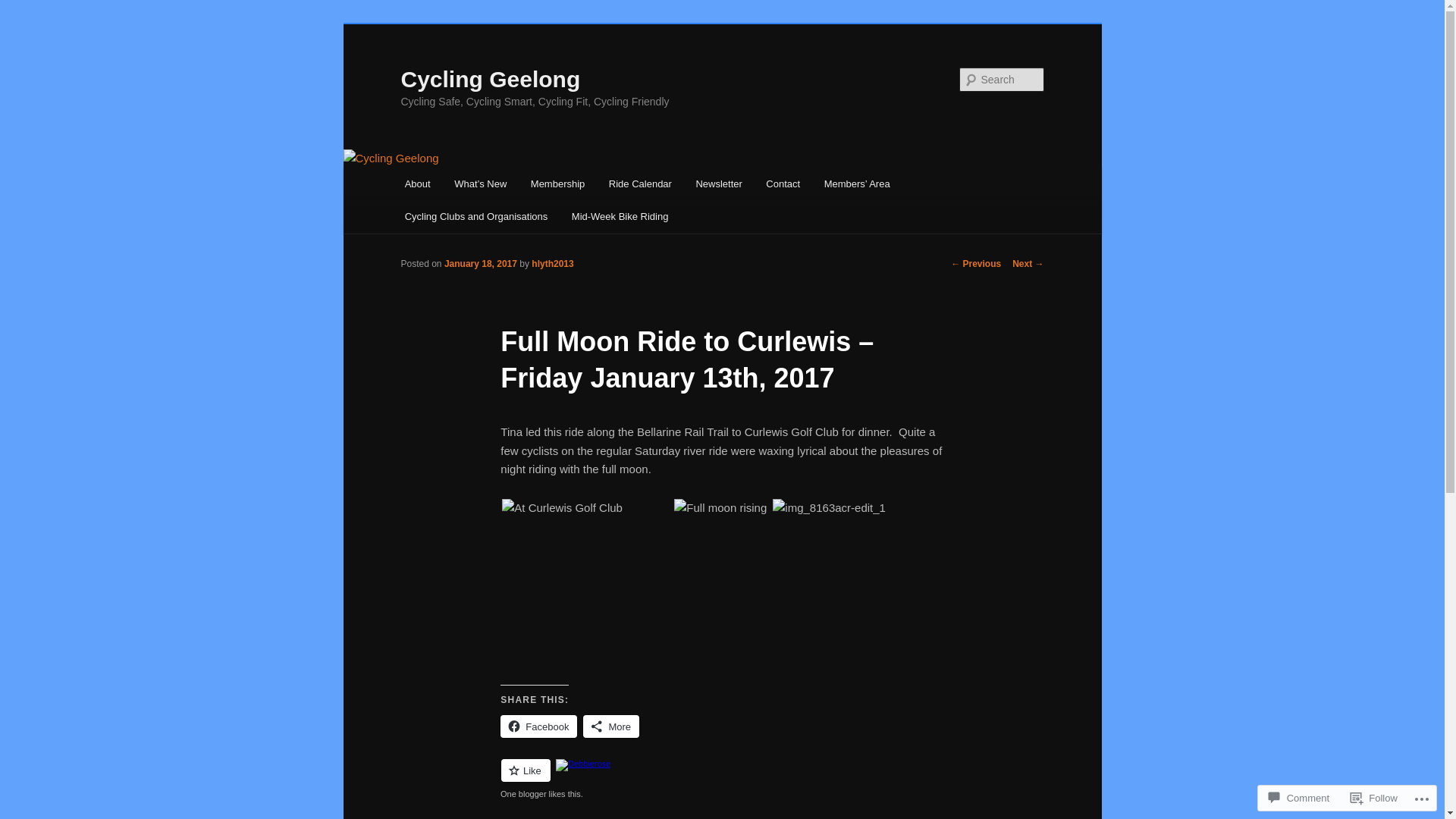 This screenshot has width=1456, height=819. I want to click on 'hlyth2013', so click(551, 262).